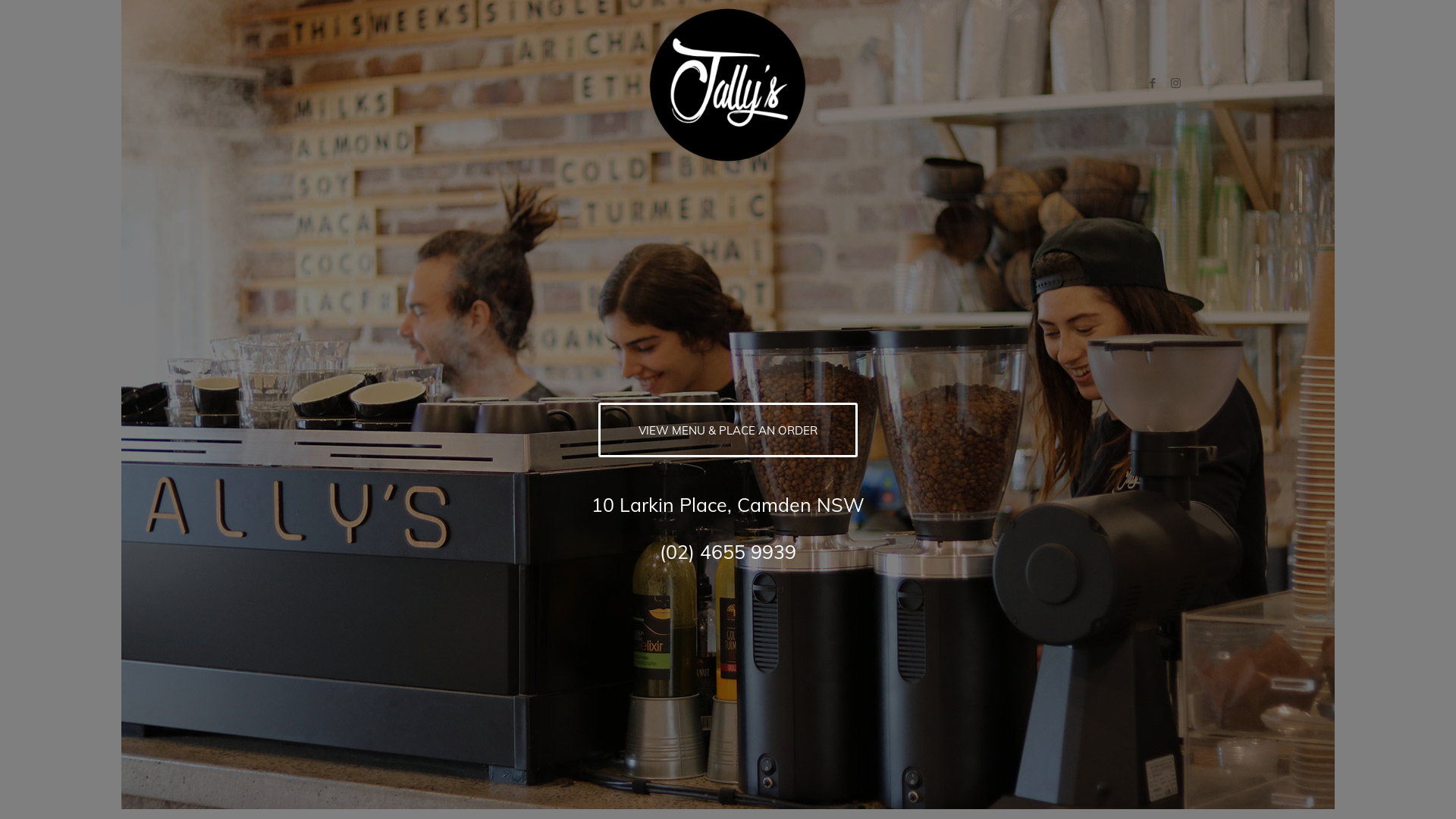 The image size is (1456, 819). Describe the element at coordinates (728, 430) in the screenshot. I see `'VIEW MENU & PLACE AN ORDER'` at that location.